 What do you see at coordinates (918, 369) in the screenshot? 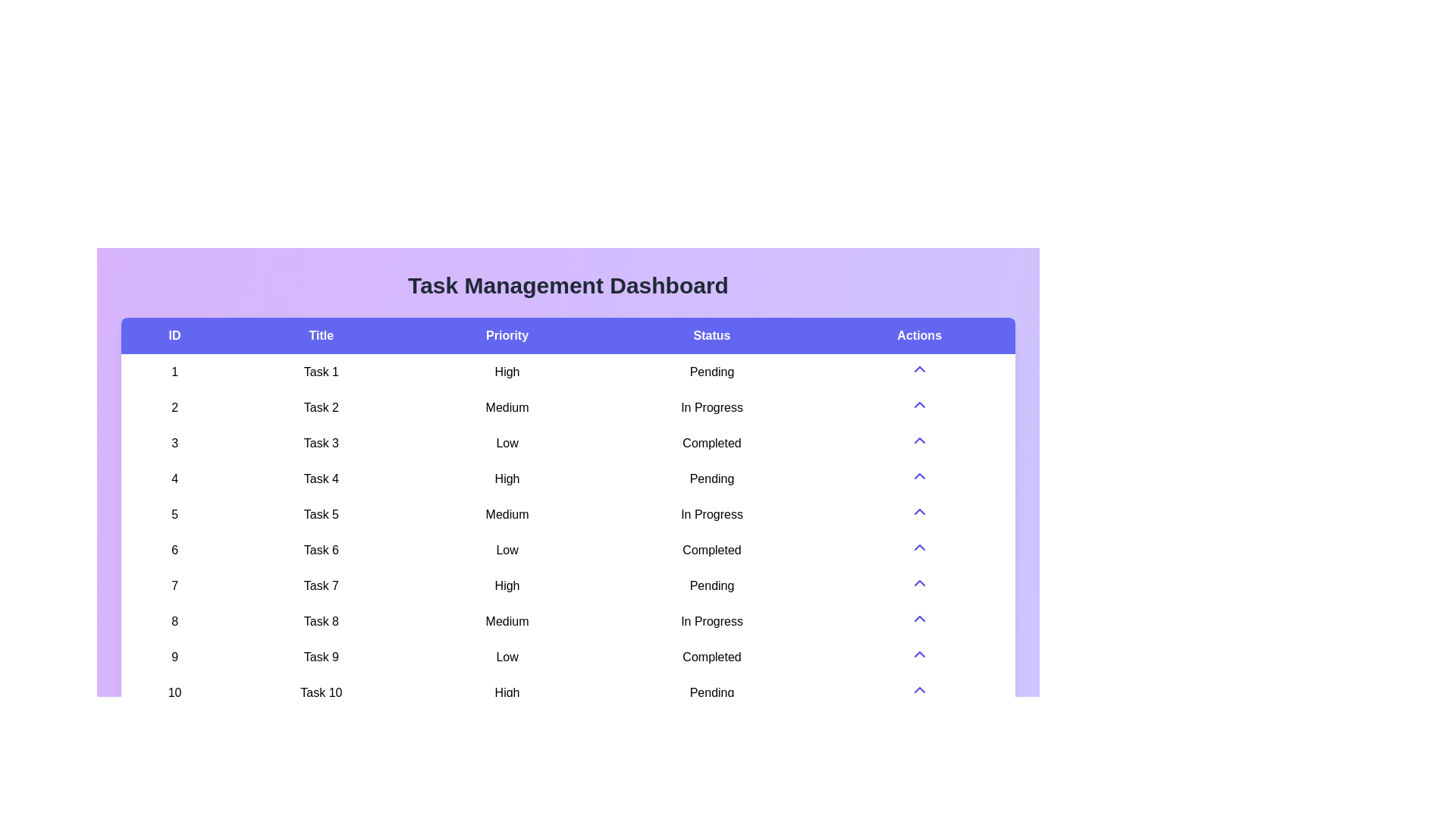
I see `the arrow icon in the 'Actions' column to toggle the visibility of the task details` at bounding box center [918, 369].